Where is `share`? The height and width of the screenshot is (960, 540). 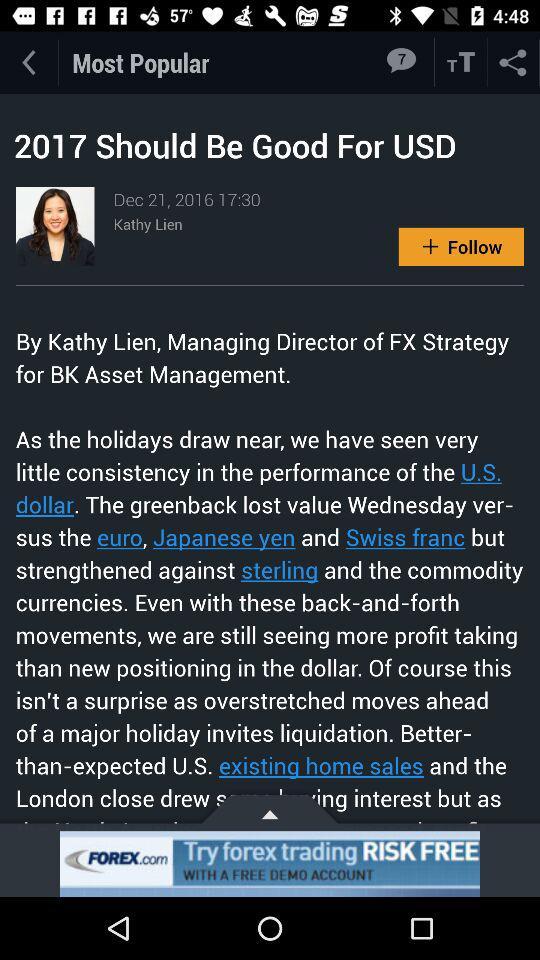 share is located at coordinates (513, 62).